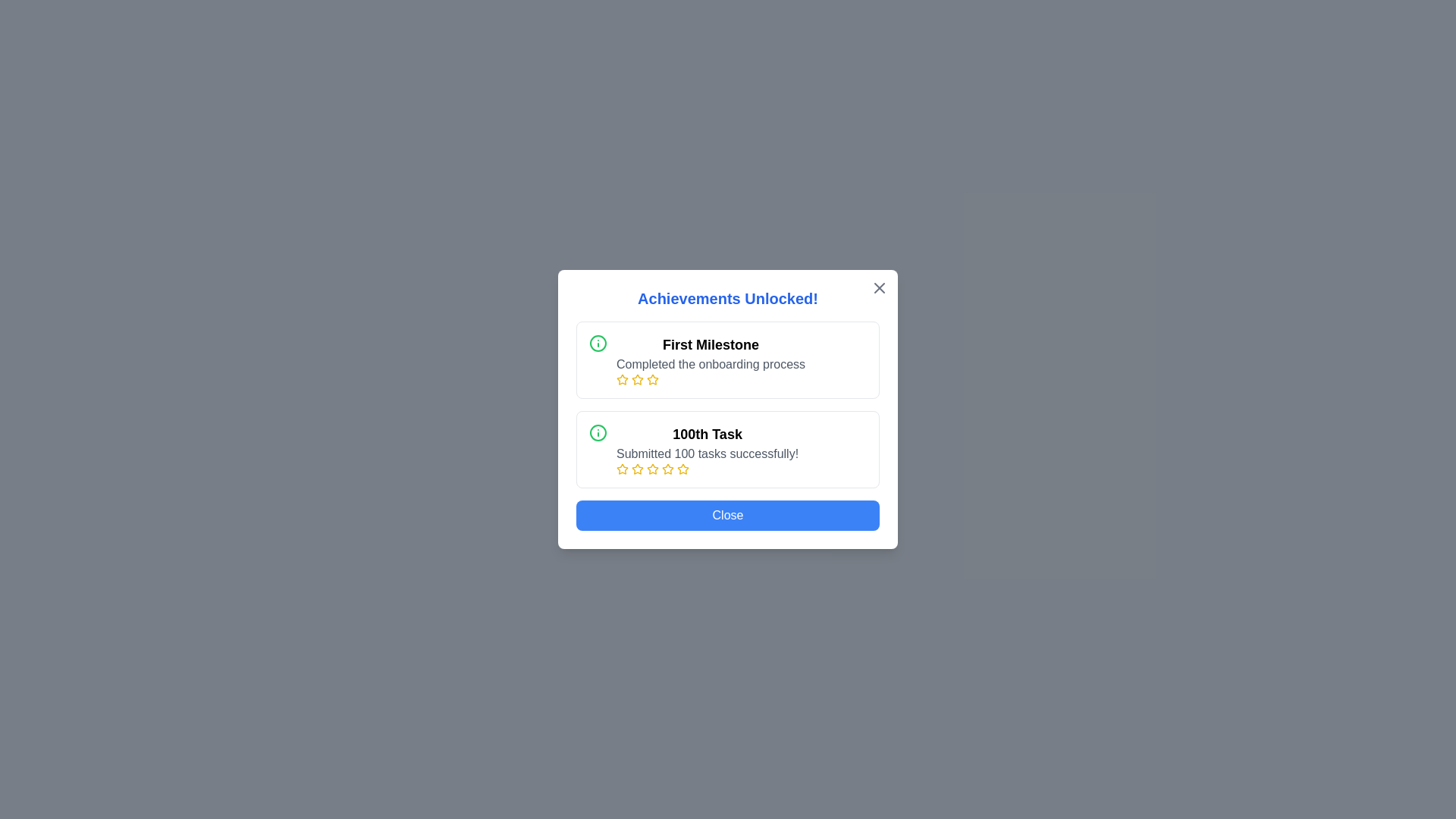  What do you see at coordinates (652, 378) in the screenshot?
I see `the second star-shaped icon, which is yellow and represents a rating or achievement, located underneath the text 'First Milestone'` at bounding box center [652, 378].